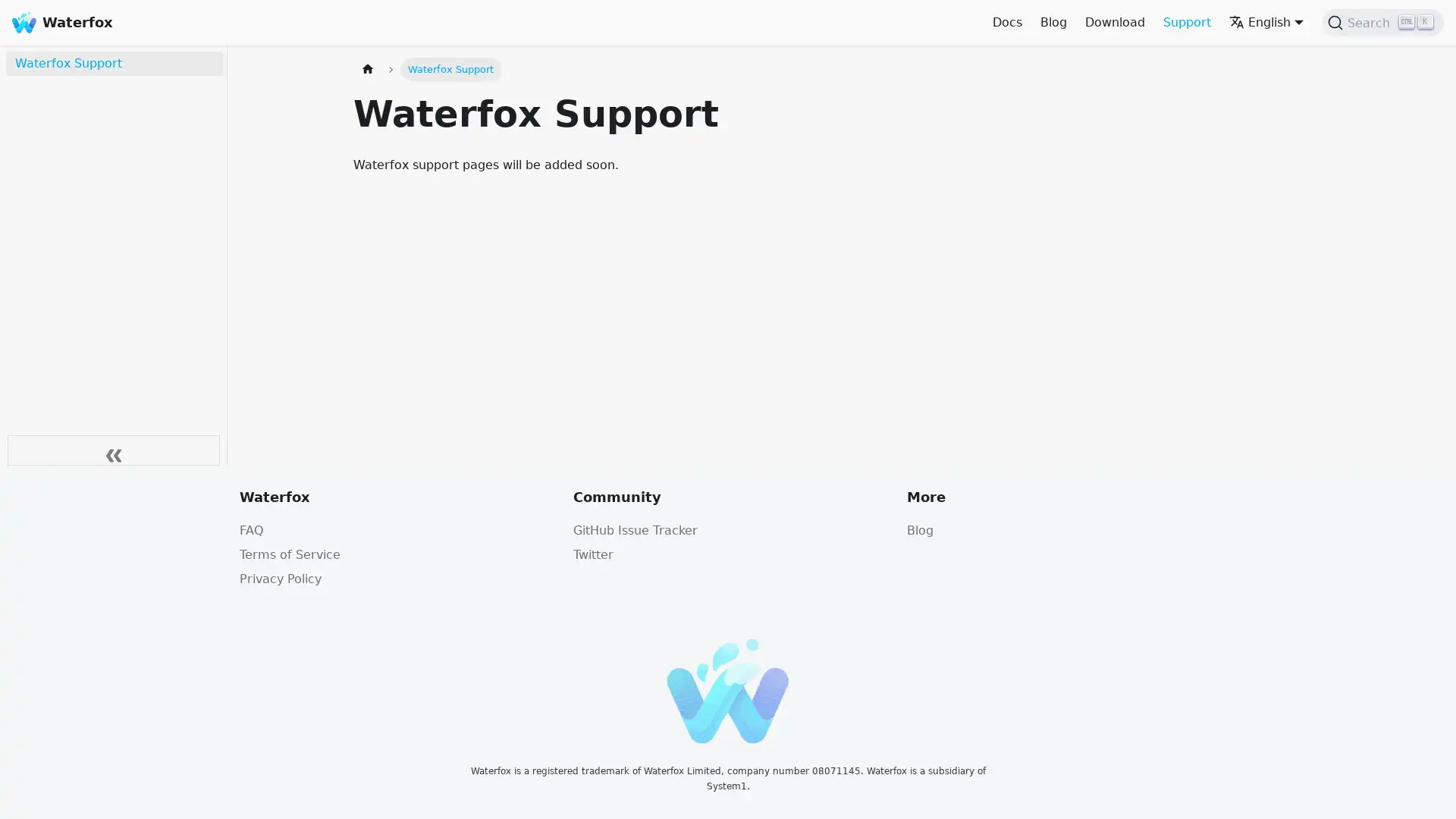 This screenshot has width=1456, height=819. Describe the element at coordinates (112, 450) in the screenshot. I see `Collapse sidebar` at that location.